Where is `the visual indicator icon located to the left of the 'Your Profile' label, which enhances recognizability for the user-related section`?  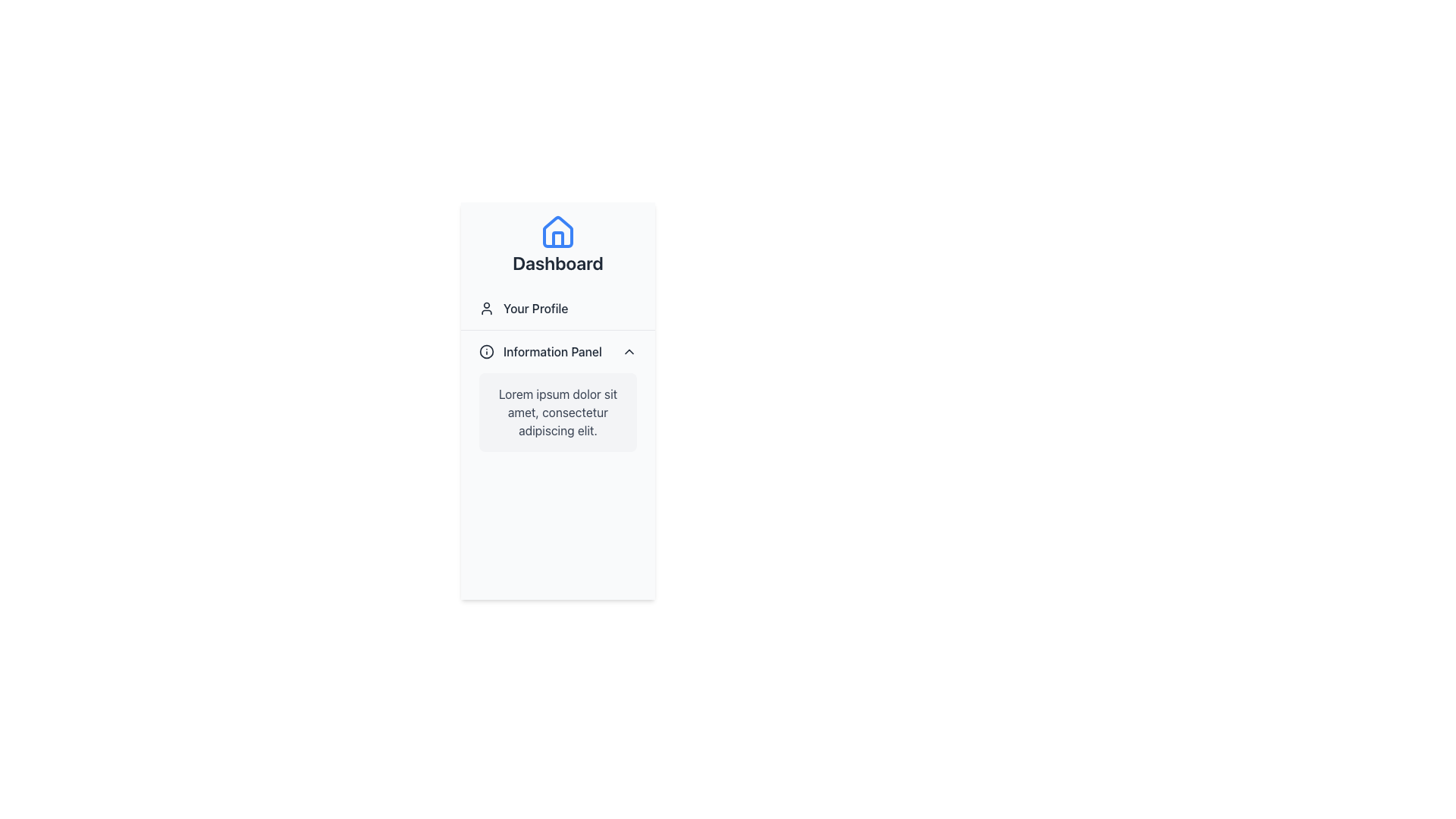
the visual indicator icon located to the left of the 'Your Profile' label, which enhances recognizability for the user-related section is located at coordinates (487, 308).